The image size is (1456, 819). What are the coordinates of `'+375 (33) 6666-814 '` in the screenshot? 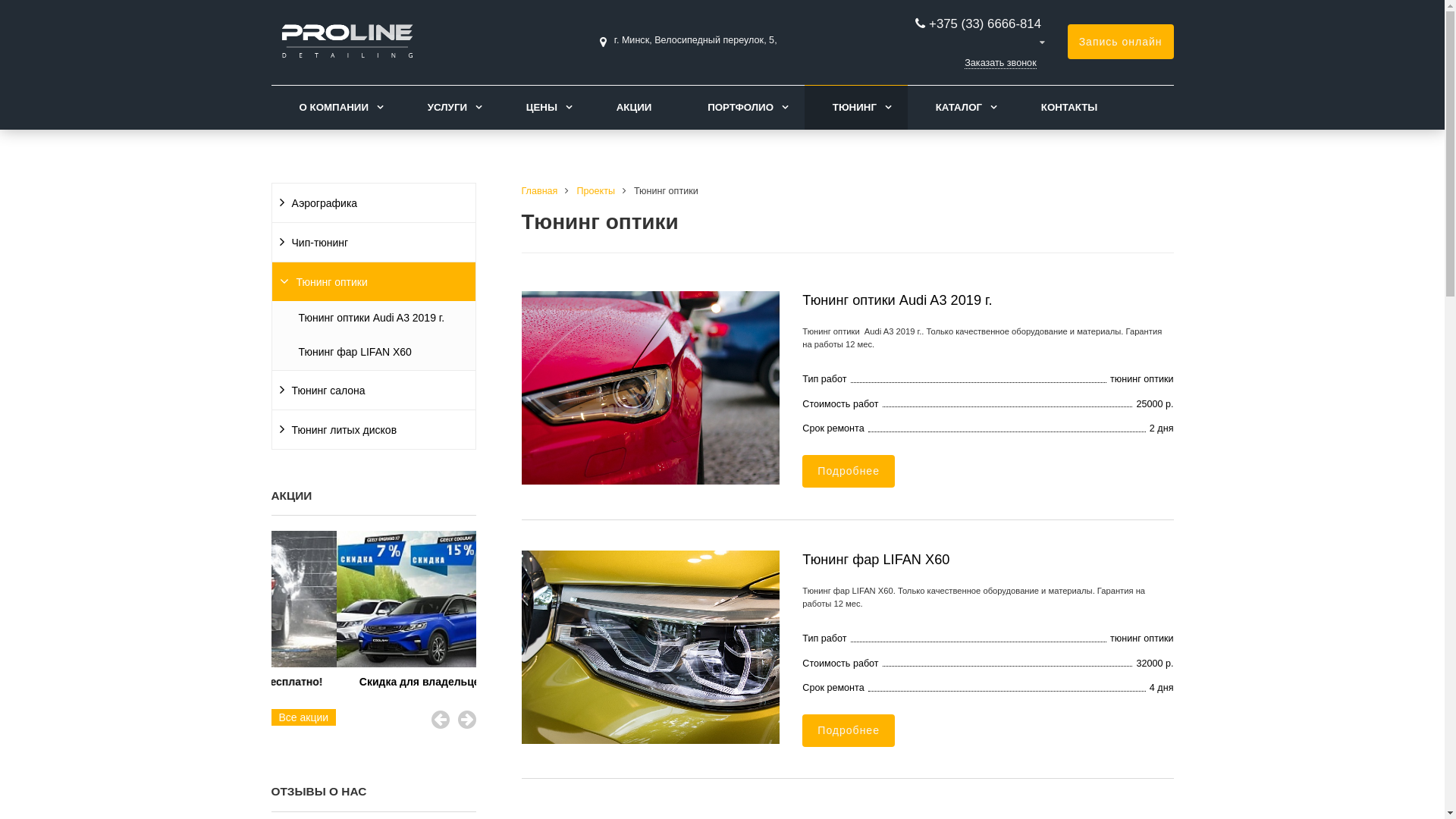 It's located at (987, 24).